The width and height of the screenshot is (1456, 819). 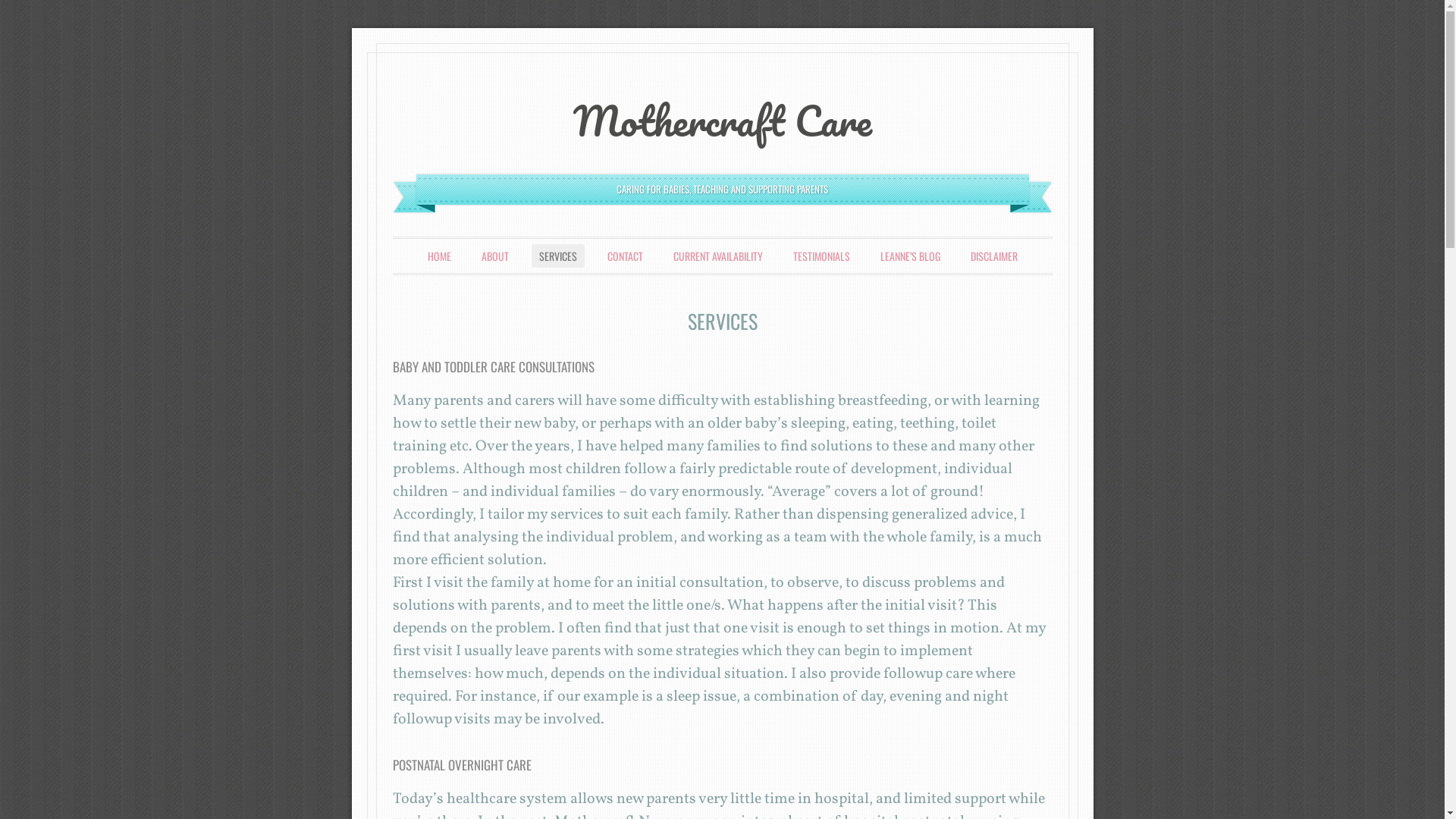 I want to click on 'SKIP TO CONTENT', so click(x=441, y=255).